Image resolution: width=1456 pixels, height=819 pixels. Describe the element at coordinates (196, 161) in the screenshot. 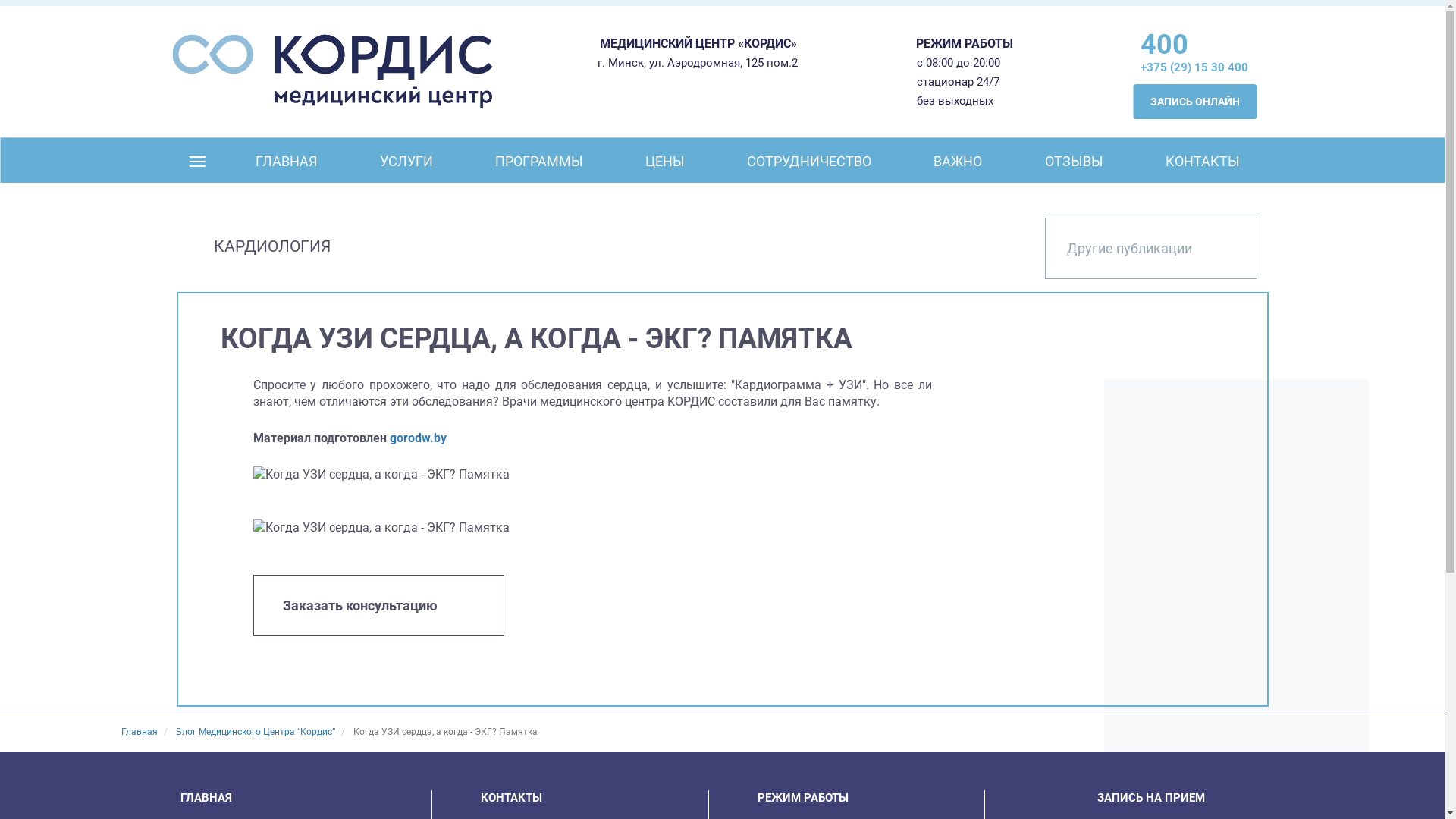

I see `'     '` at that location.